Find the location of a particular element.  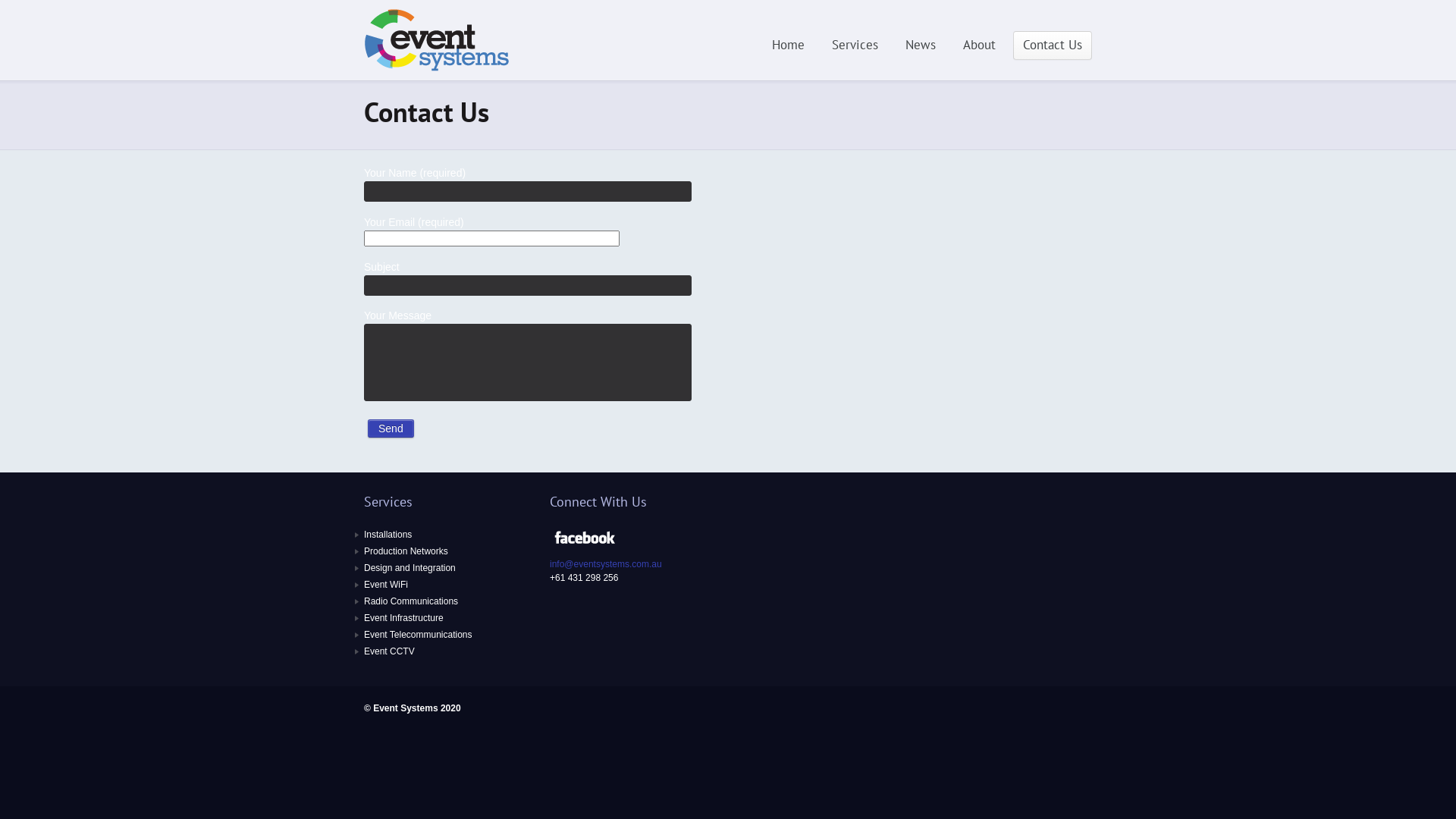

'Installations' is located at coordinates (388, 534).